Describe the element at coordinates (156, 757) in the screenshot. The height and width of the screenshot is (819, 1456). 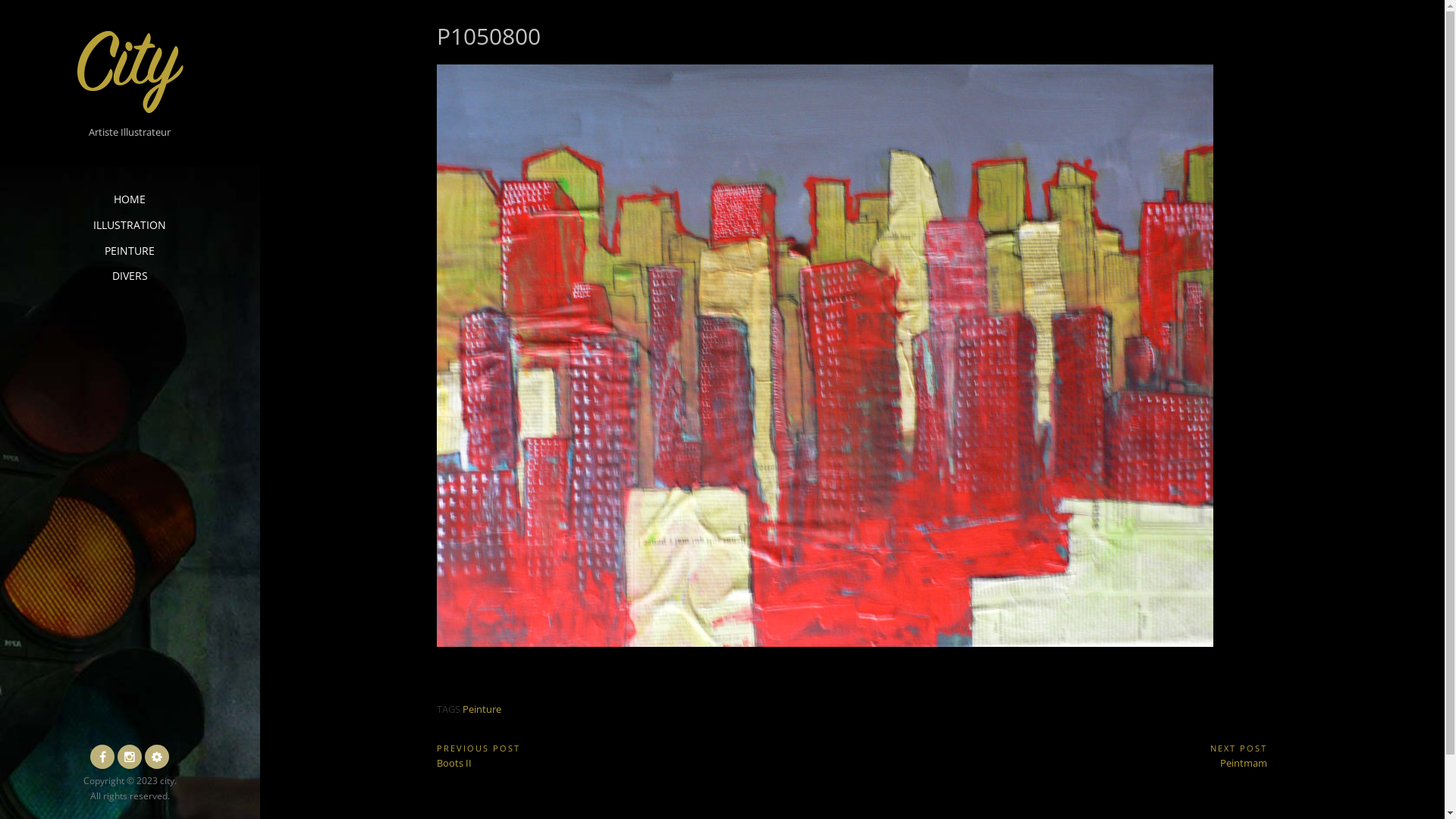
I see `'PBK9'` at that location.